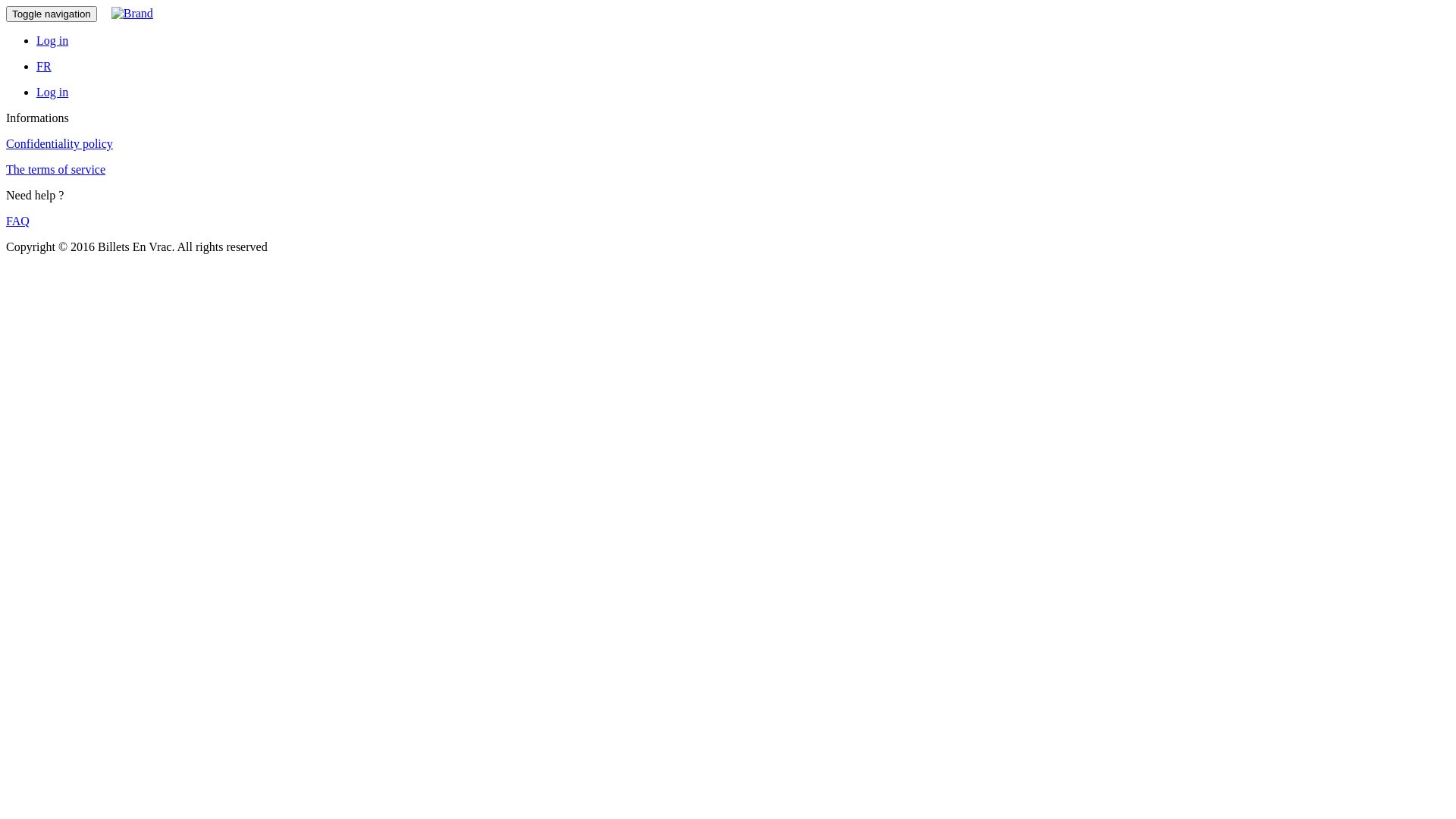  I want to click on 'FAQ', so click(17, 221).